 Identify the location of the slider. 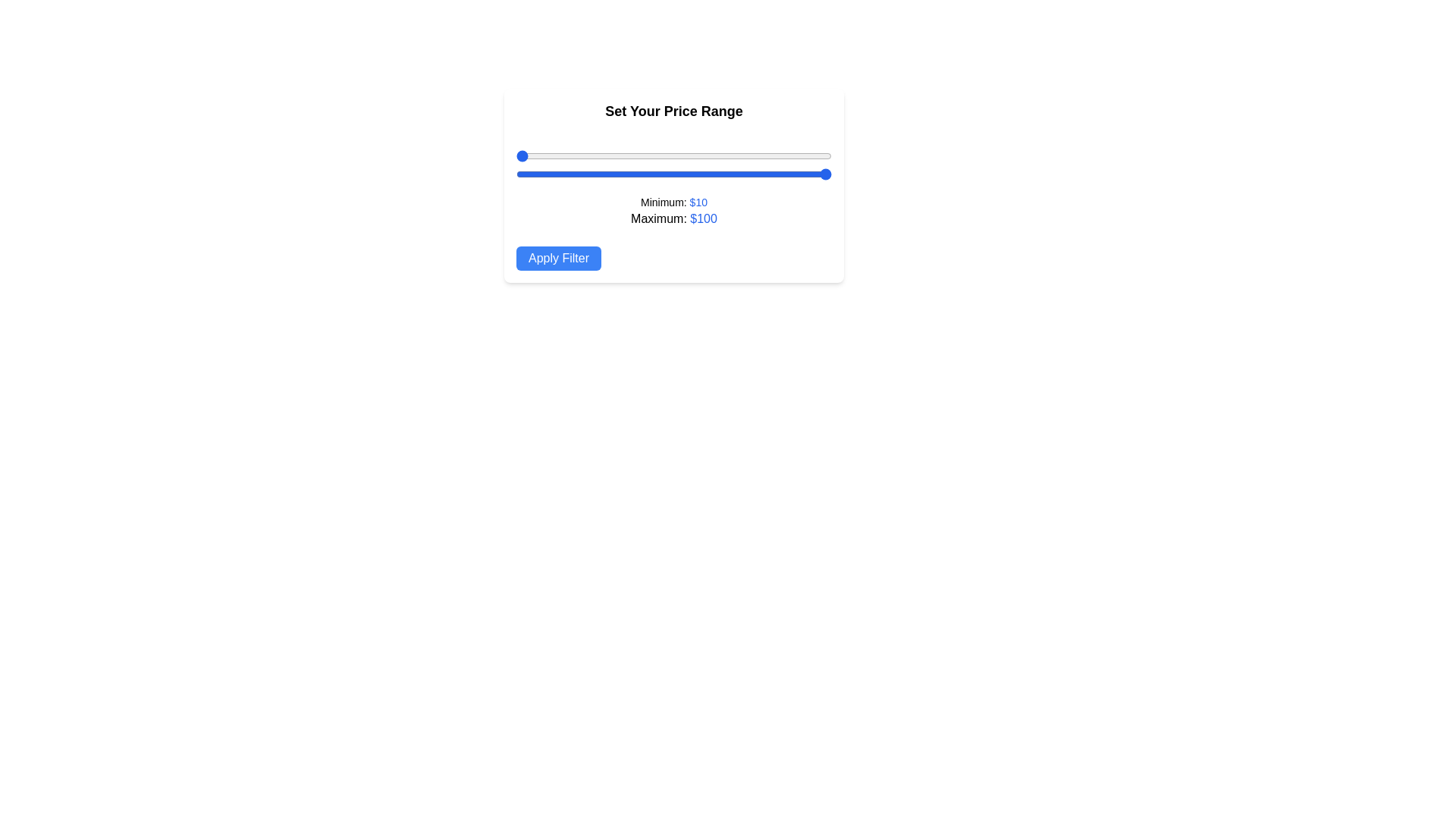
(547, 174).